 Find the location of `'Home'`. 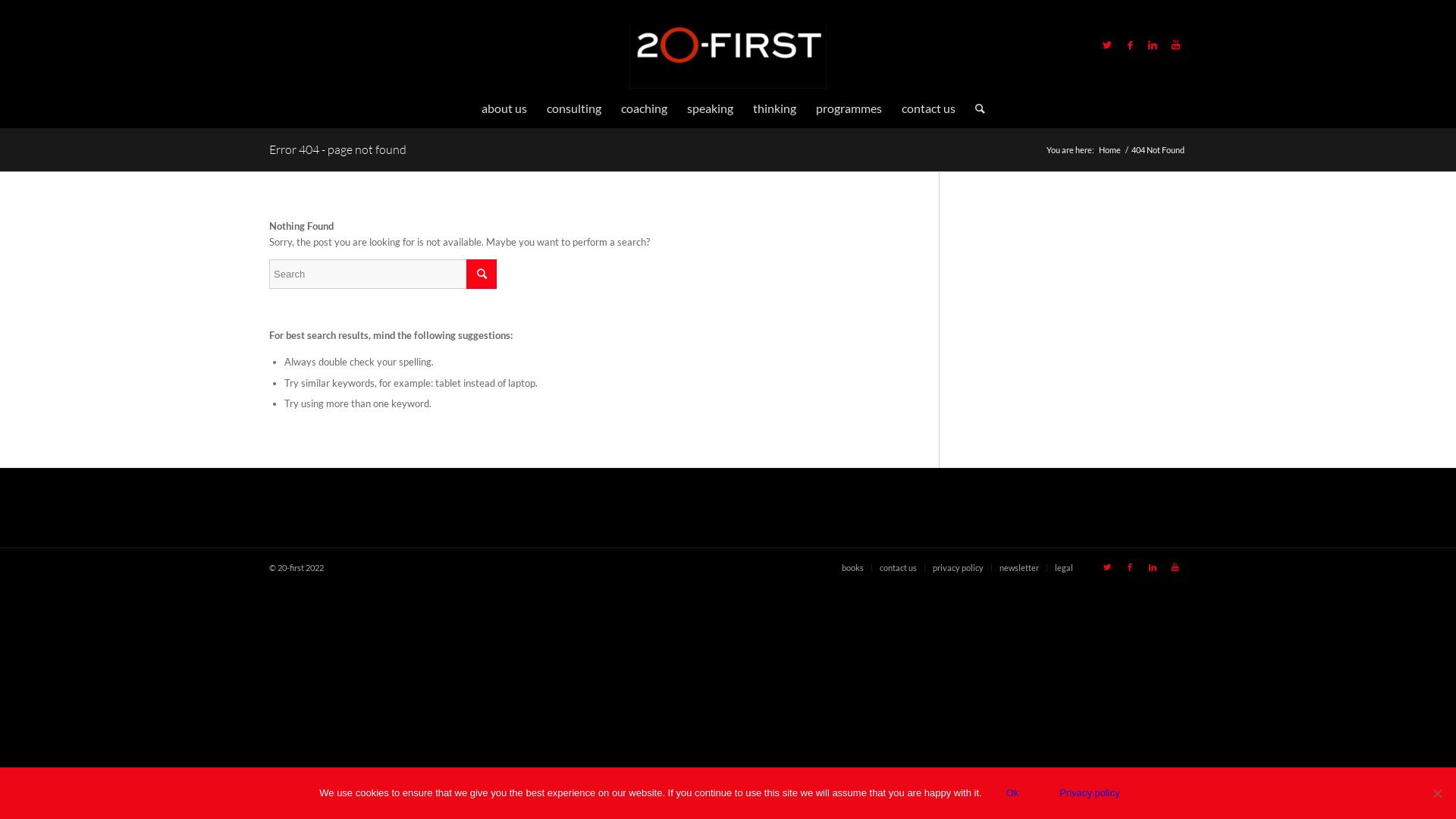

'Home' is located at coordinates (1109, 149).